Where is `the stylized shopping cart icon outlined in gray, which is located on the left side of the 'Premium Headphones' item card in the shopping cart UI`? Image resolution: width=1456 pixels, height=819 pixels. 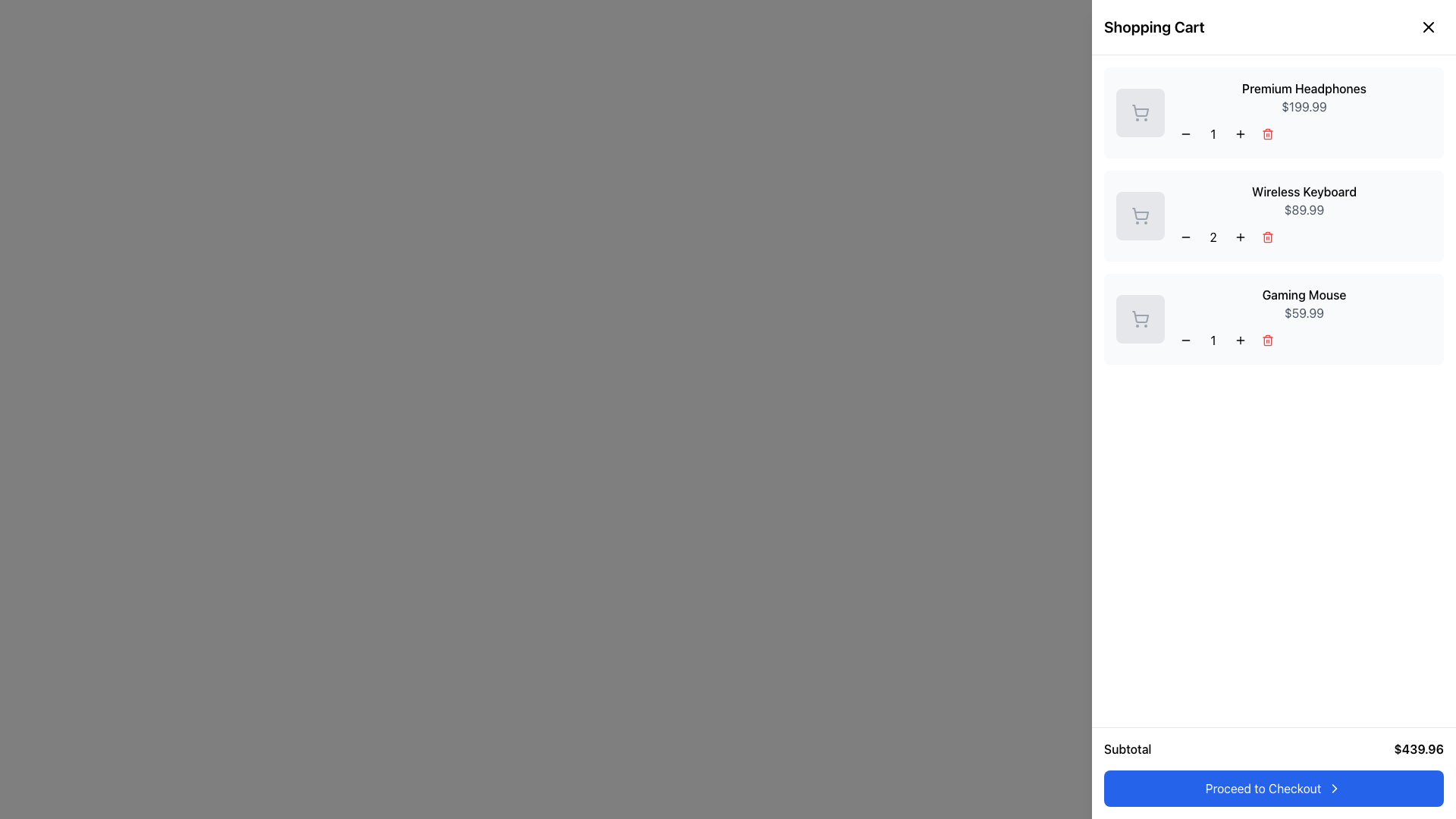
the stylized shopping cart icon outlined in gray, which is located on the left side of the 'Premium Headphones' item card in the shopping cart UI is located at coordinates (1140, 112).